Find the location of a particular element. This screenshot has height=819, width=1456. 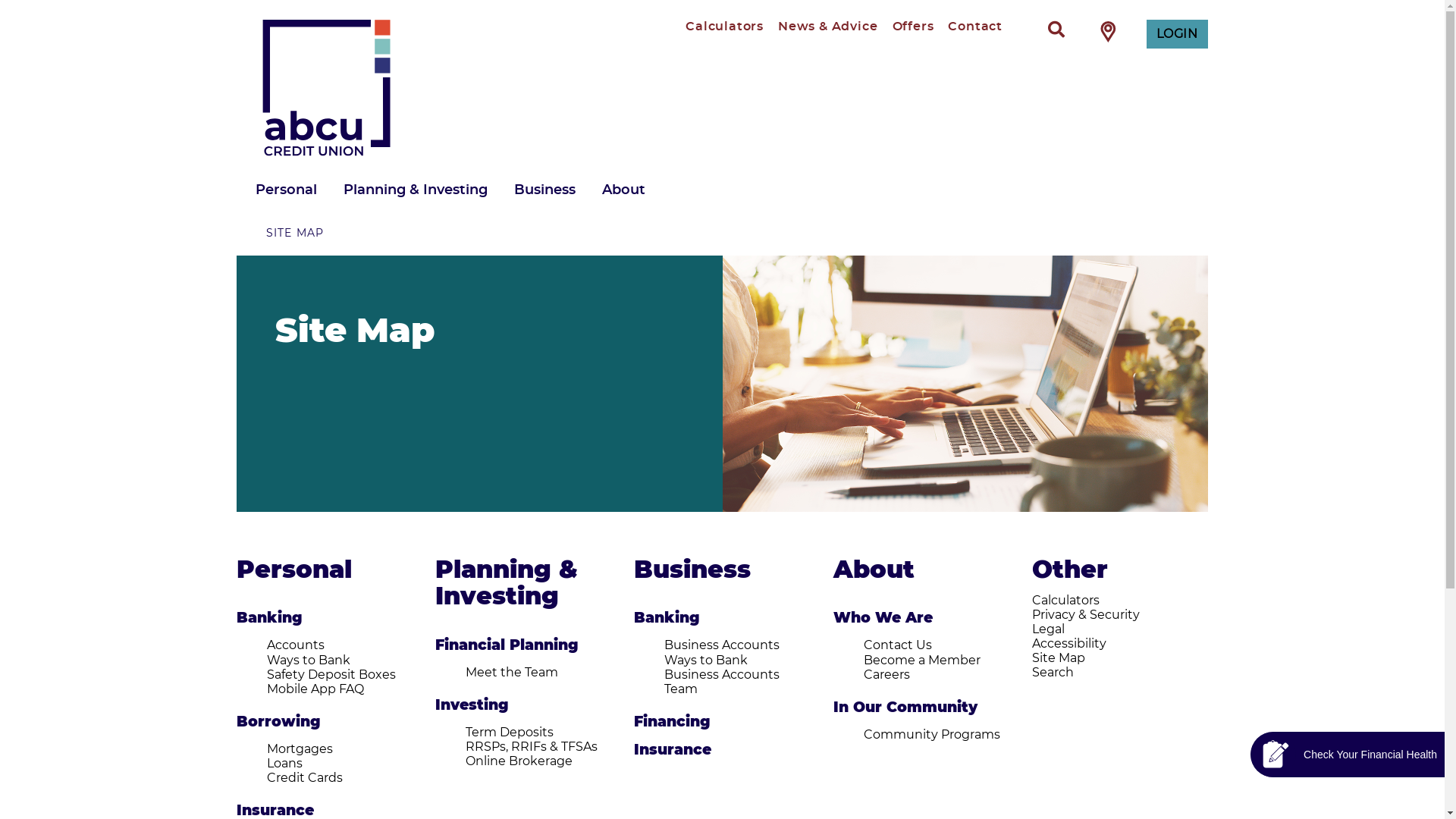

'Borrowing' is located at coordinates (278, 721).